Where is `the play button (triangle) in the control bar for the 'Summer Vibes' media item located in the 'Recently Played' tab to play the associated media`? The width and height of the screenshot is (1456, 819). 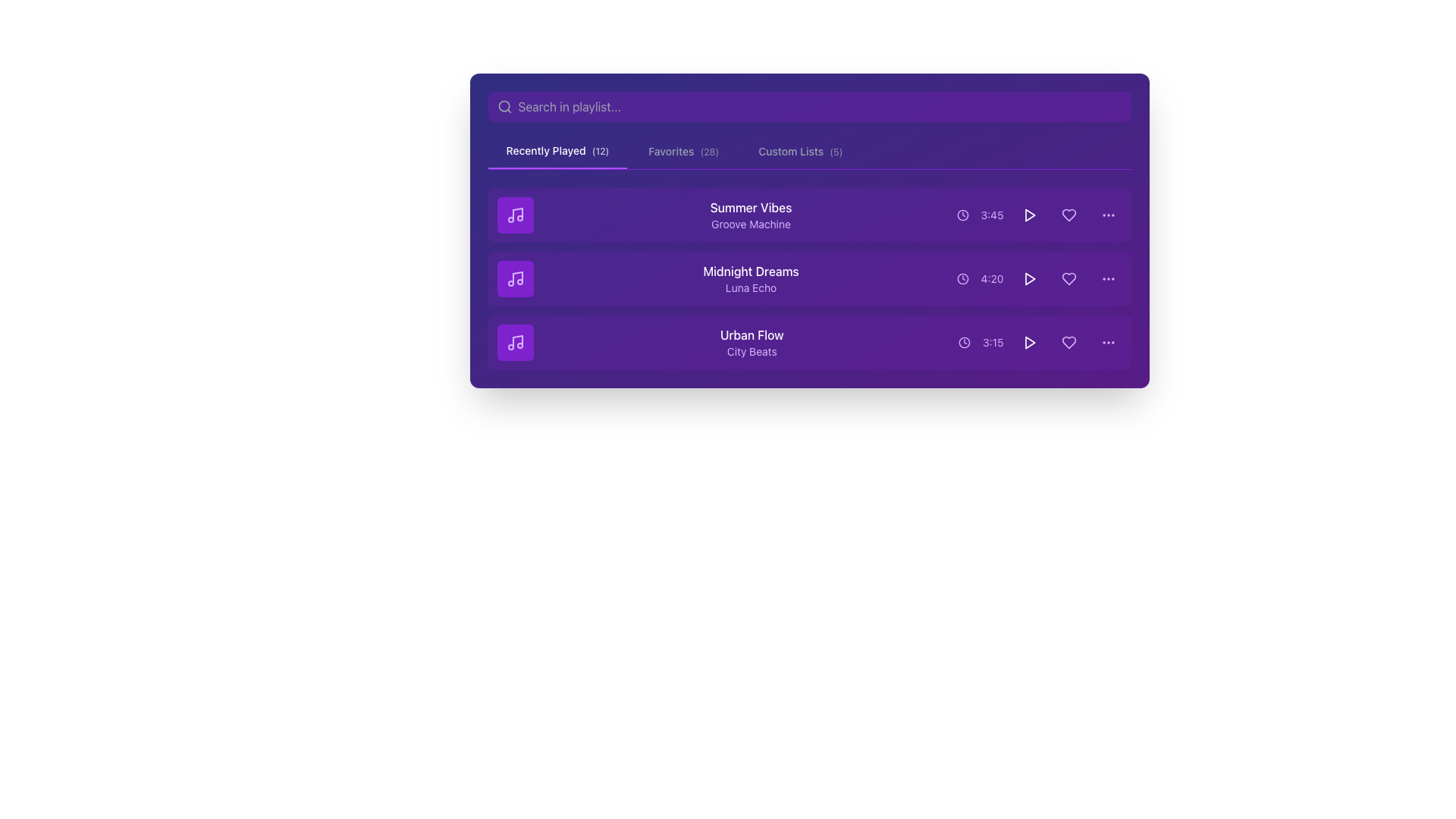 the play button (triangle) in the control bar for the 'Summer Vibes' media item located in the 'Recently Played' tab to play the associated media is located at coordinates (1030, 215).